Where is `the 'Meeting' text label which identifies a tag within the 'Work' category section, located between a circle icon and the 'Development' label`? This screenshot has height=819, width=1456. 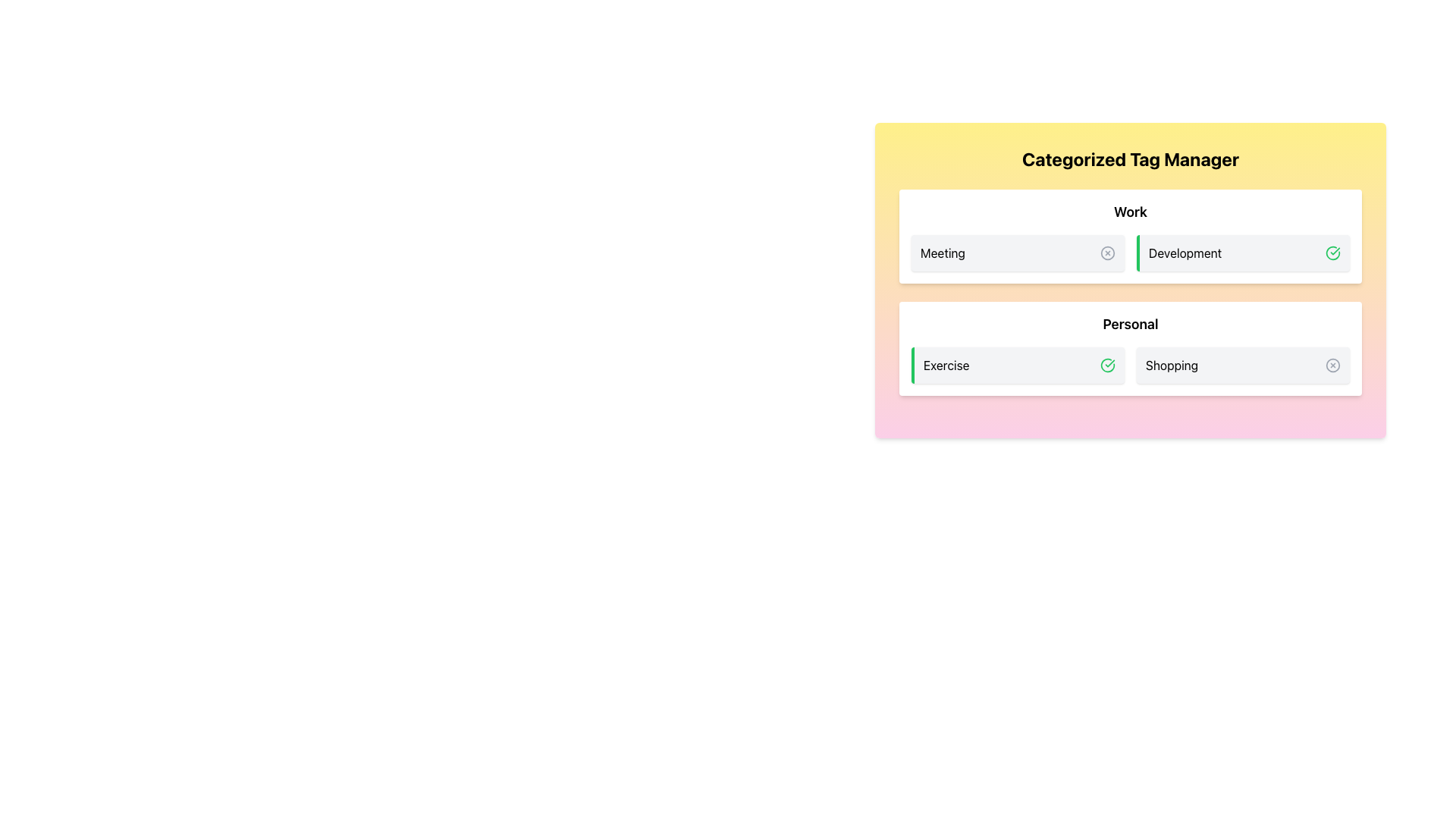 the 'Meeting' text label which identifies a tag within the 'Work' category section, located between a circle icon and the 'Development' label is located at coordinates (942, 253).